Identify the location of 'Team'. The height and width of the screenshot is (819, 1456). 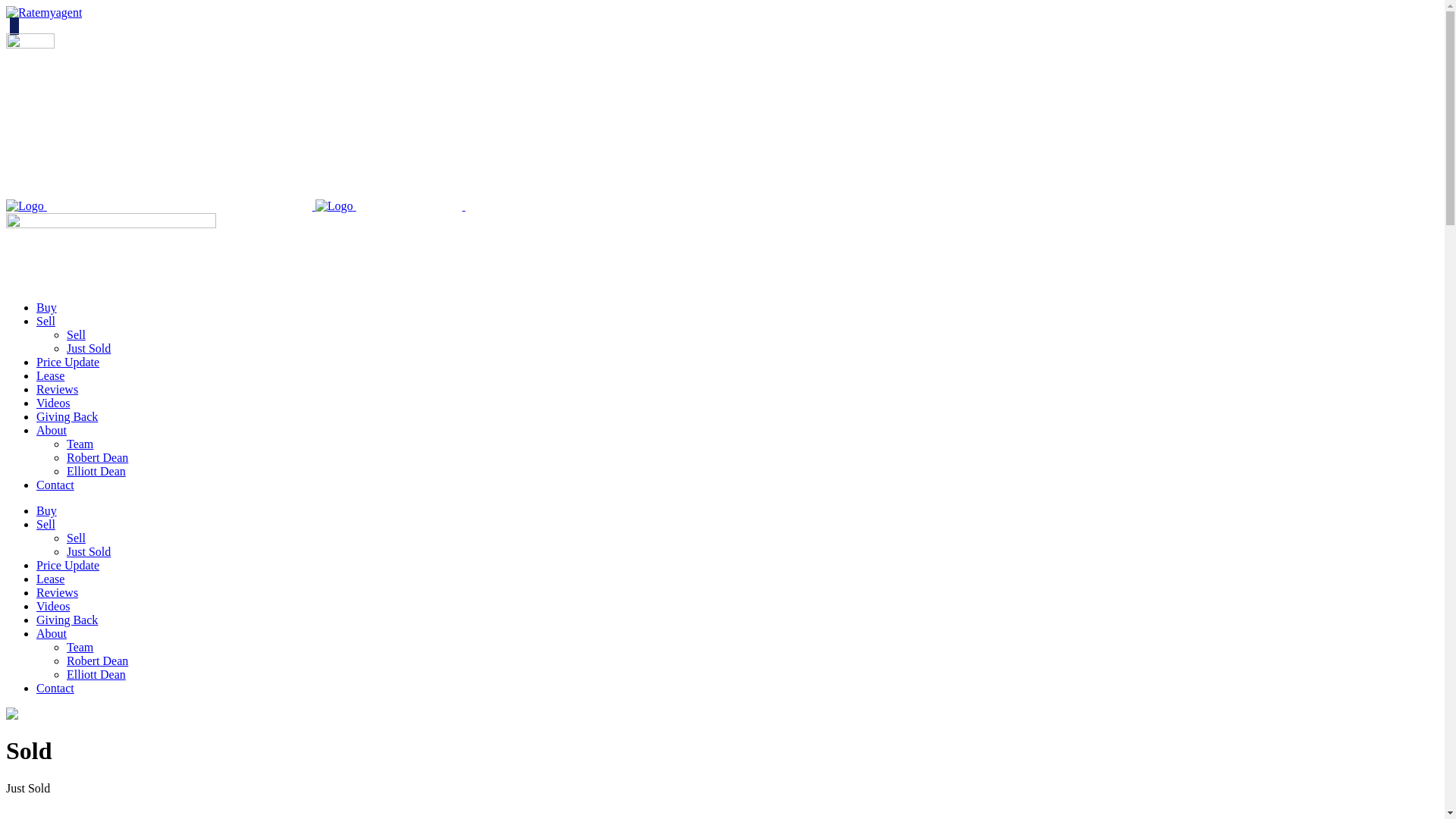
(65, 444).